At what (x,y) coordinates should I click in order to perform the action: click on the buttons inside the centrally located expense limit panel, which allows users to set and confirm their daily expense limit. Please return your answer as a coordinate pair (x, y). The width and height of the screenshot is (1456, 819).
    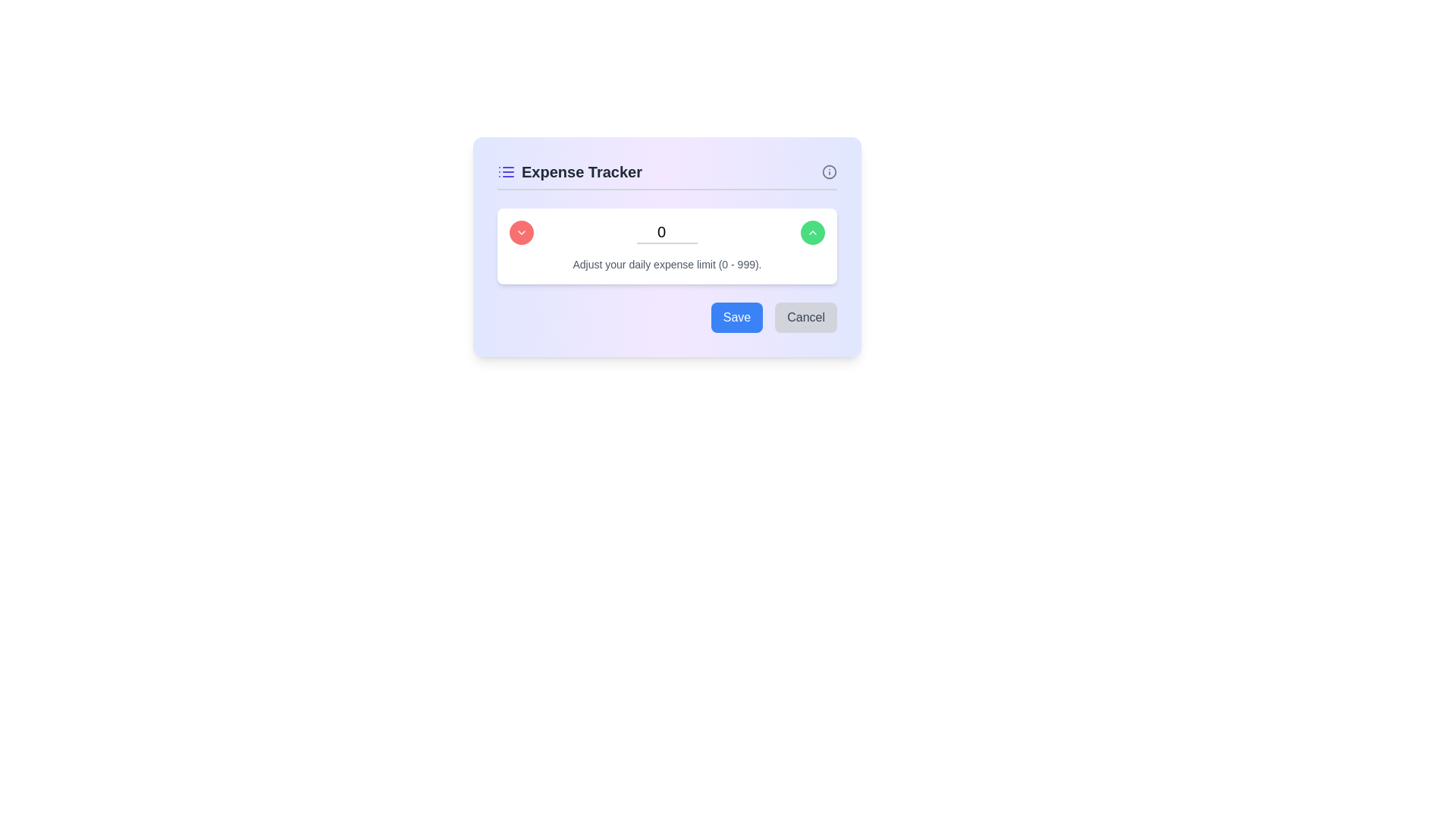
    Looking at the image, I should click on (667, 246).